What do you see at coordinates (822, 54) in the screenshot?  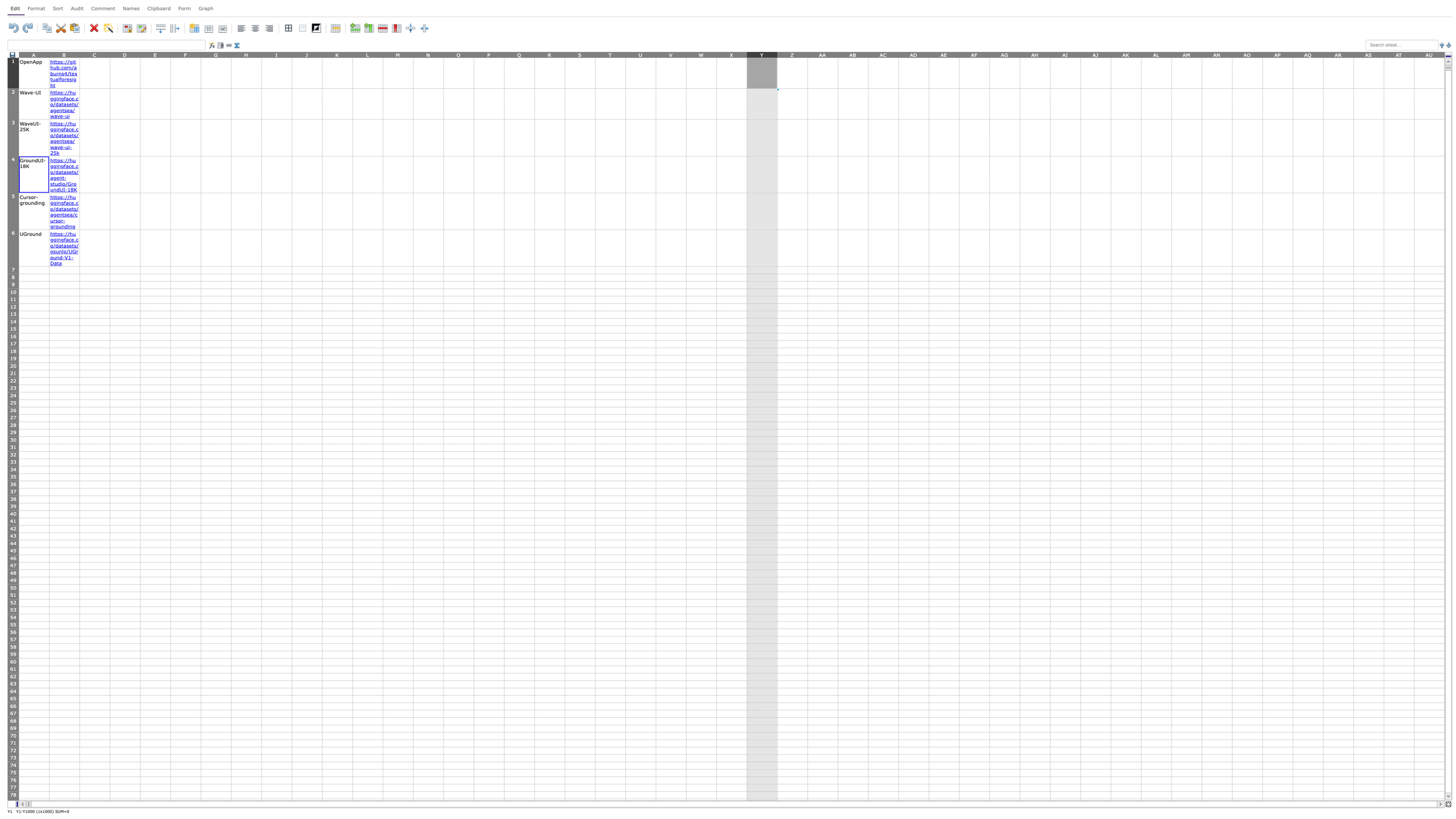 I see `Move cursor to column AA` at bounding box center [822, 54].